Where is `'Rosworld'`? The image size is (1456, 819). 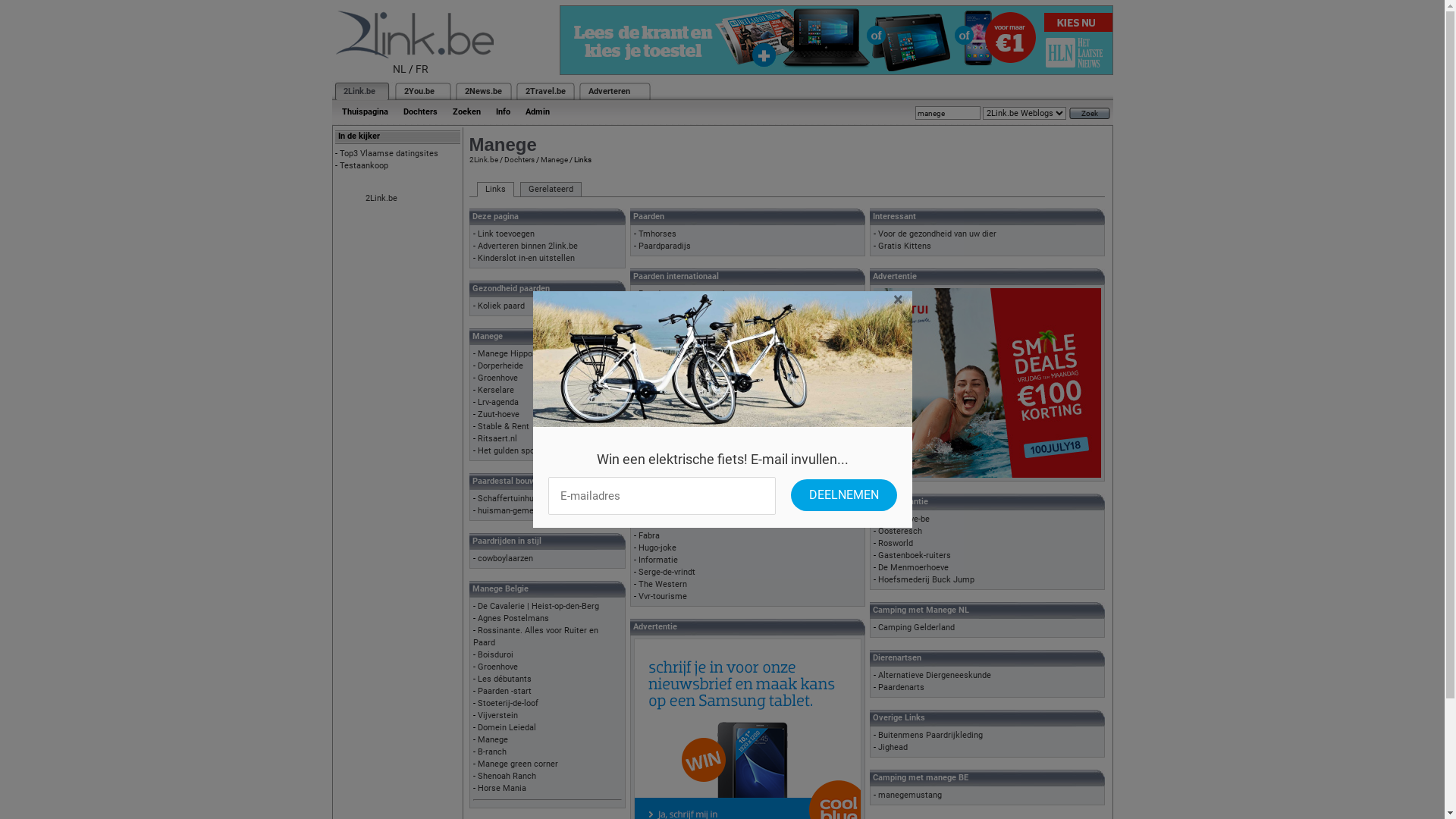 'Rosworld' is located at coordinates (877, 542).